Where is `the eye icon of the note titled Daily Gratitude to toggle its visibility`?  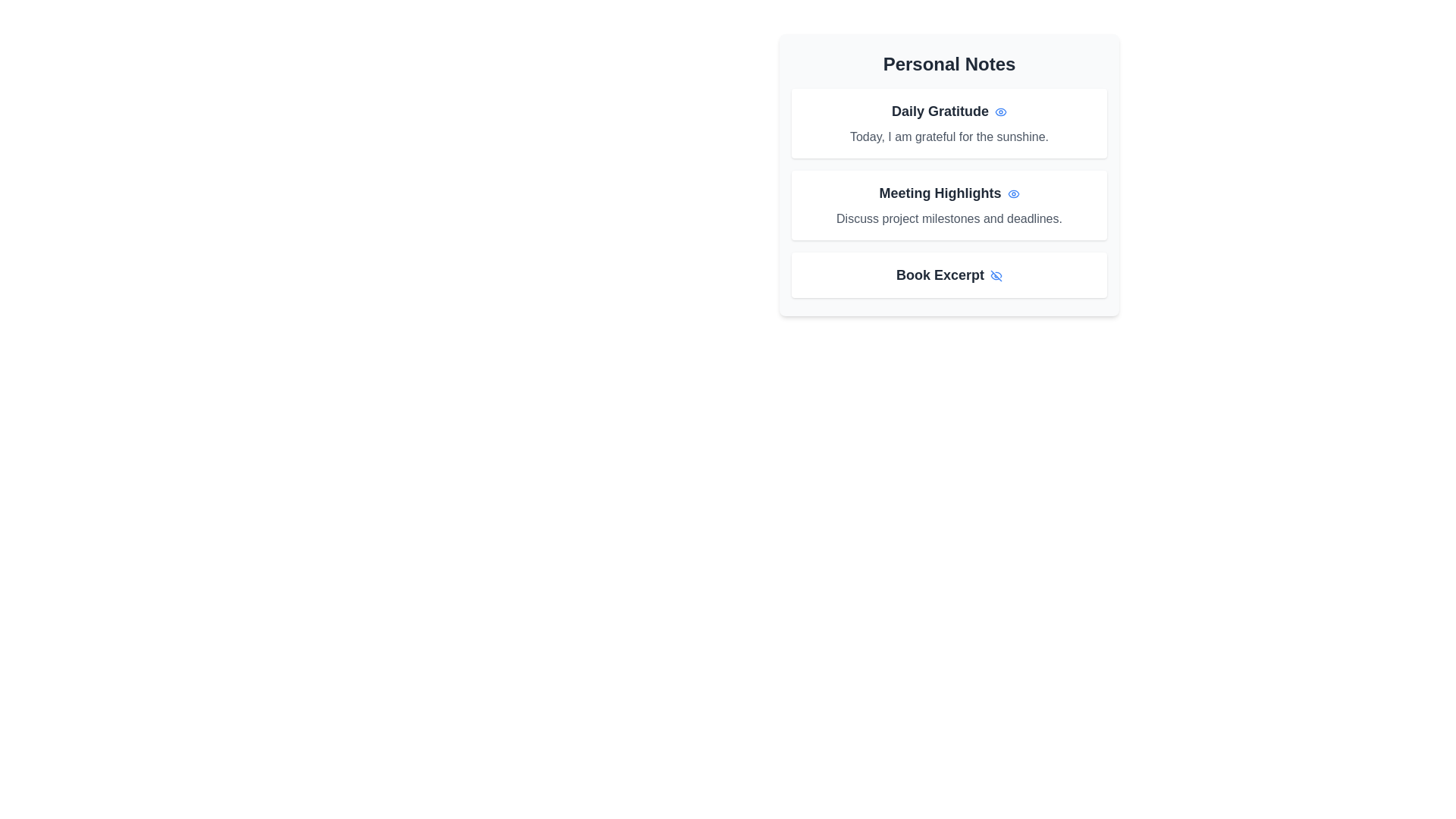
the eye icon of the note titled Daily Gratitude to toggle its visibility is located at coordinates (1001, 110).